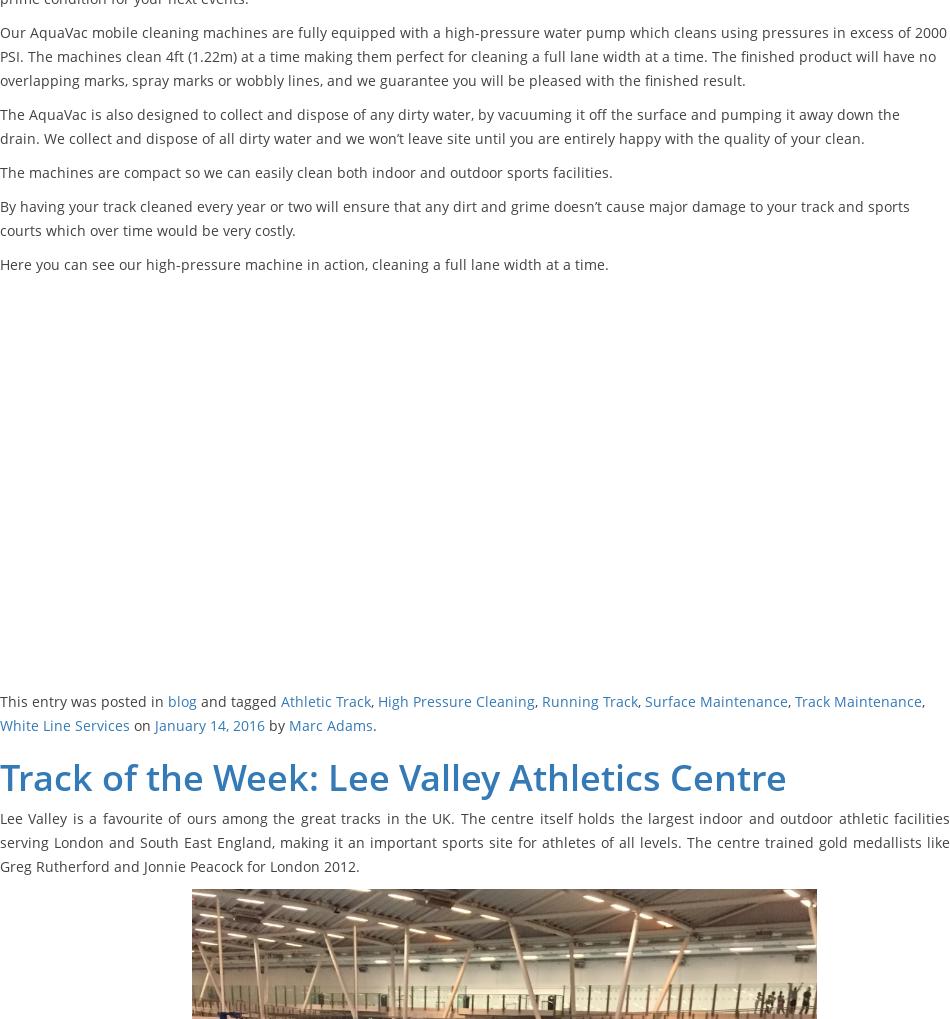 The height and width of the screenshot is (1019, 950). I want to click on 'on', so click(129, 724).